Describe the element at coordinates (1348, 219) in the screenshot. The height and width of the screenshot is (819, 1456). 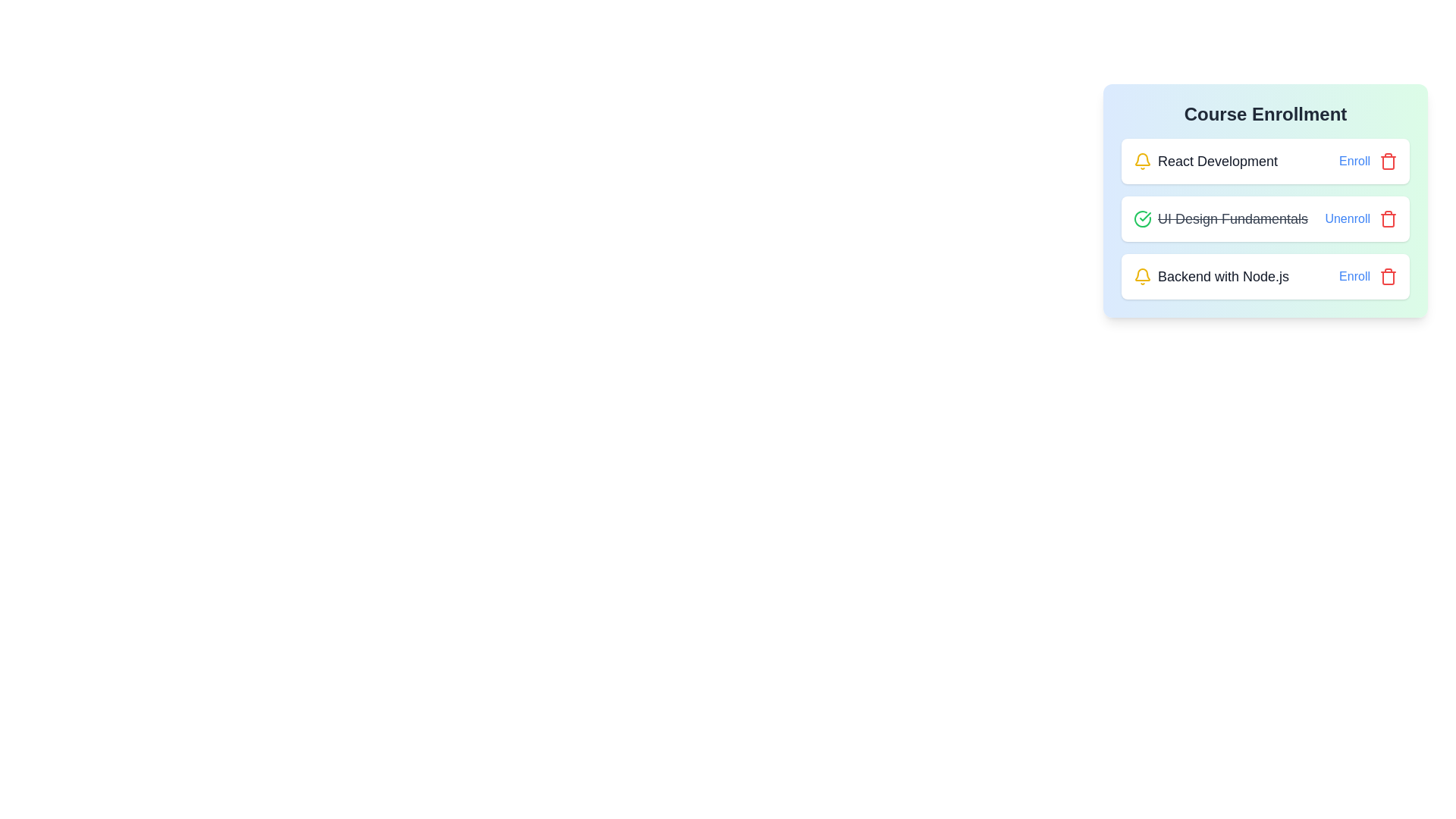
I see `the enrollment toggle button for the course UI Design Fundamentals` at that location.